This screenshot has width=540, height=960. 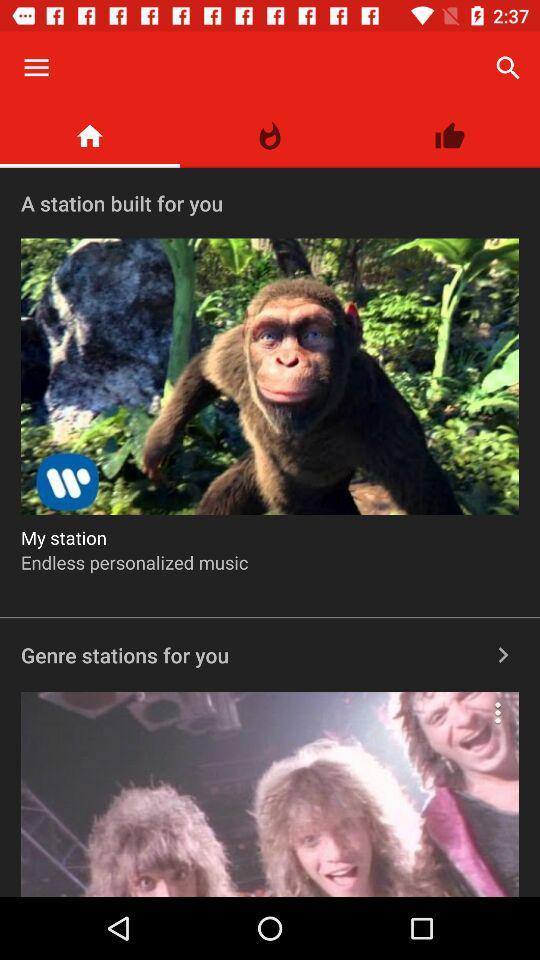 What do you see at coordinates (89, 135) in the screenshot?
I see `the item above a station built item` at bounding box center [89, 135].